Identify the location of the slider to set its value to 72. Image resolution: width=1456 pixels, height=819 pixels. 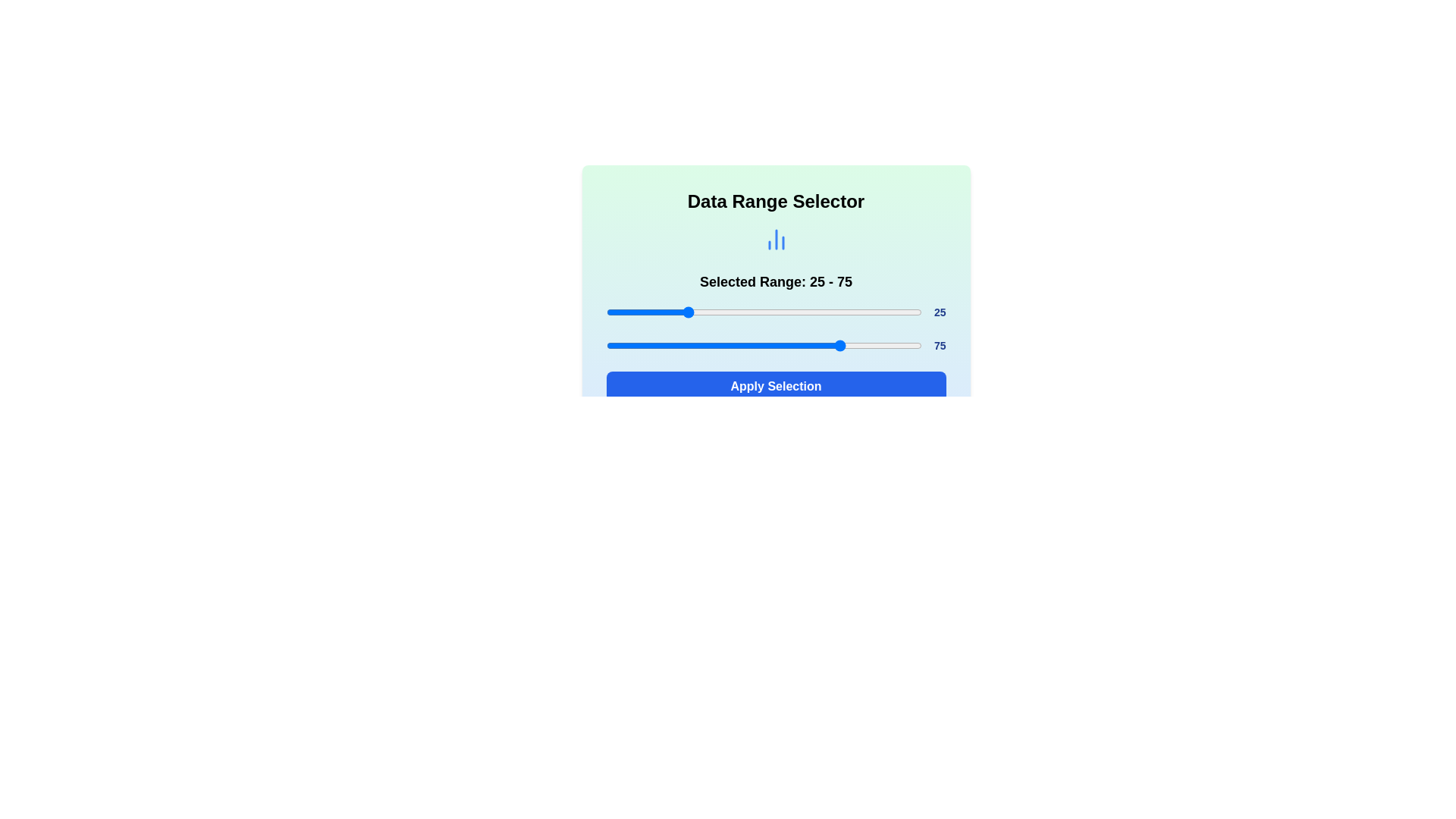
(833, 312).